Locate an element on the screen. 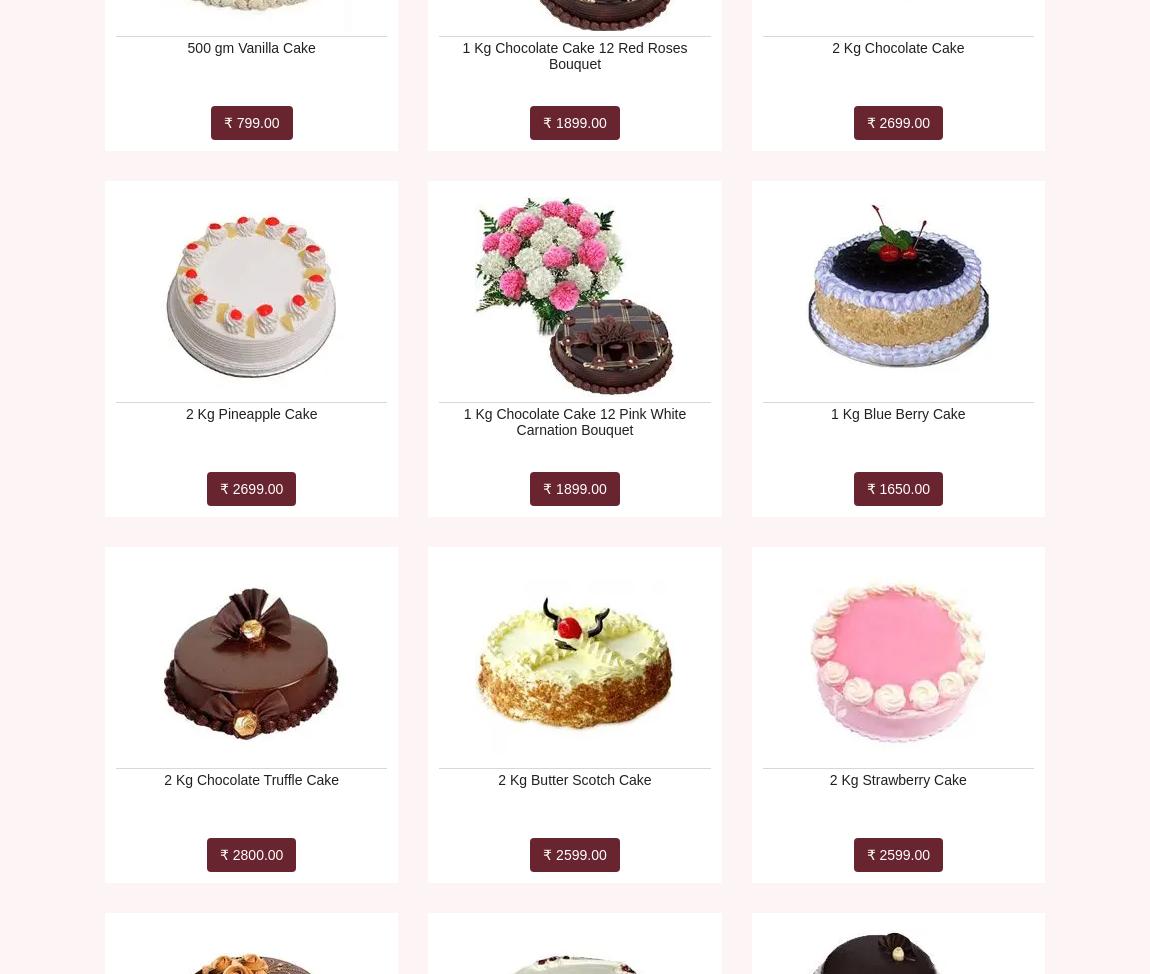  '2 Kg Strawberry Cake' is located at coordinates (897, 778).